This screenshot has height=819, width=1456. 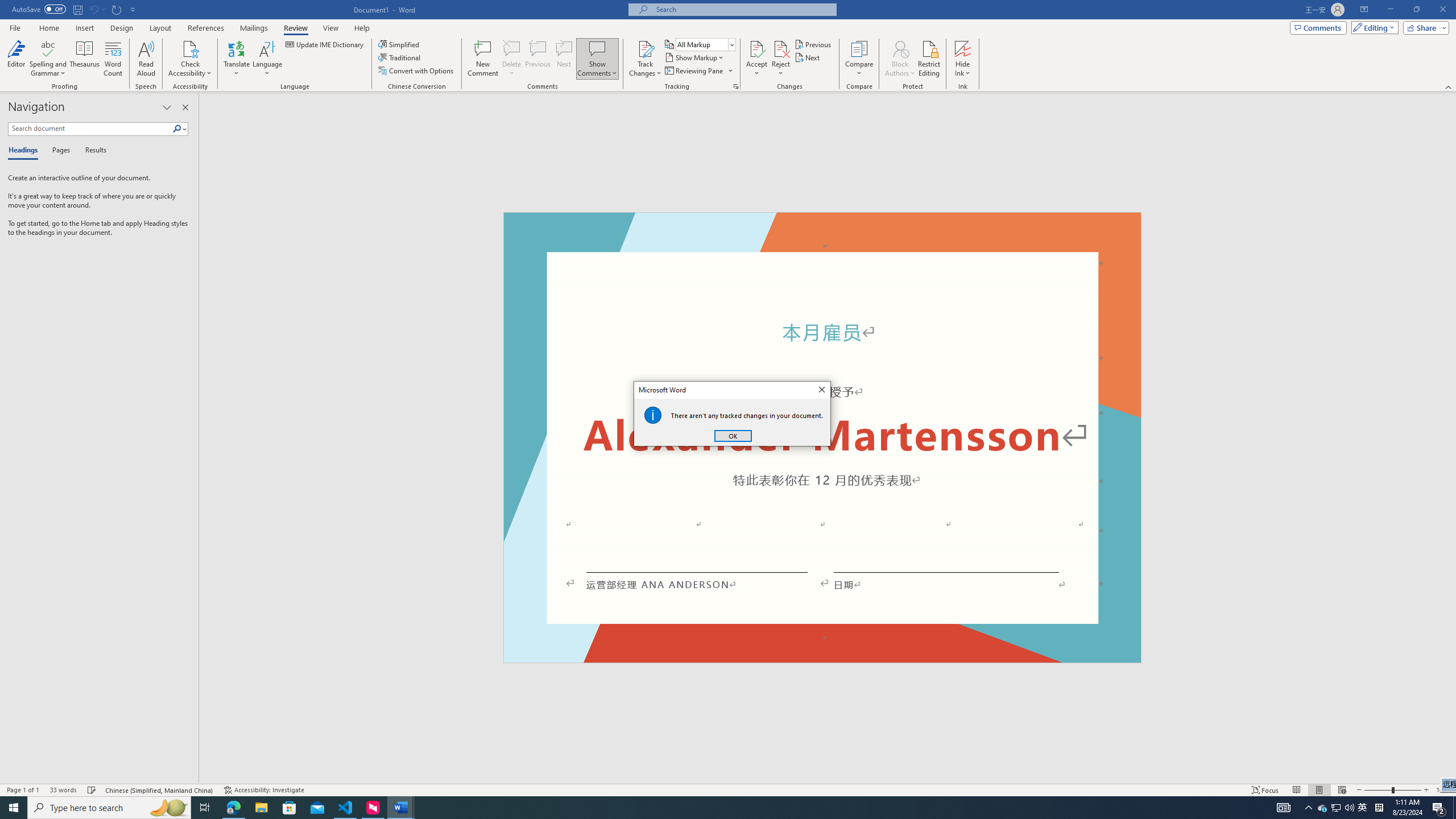 What do you see at coordinates (23, 790) in the screenshot?
I see `'Page Number Page 1 of 1'` at bounding box center [23, 790].